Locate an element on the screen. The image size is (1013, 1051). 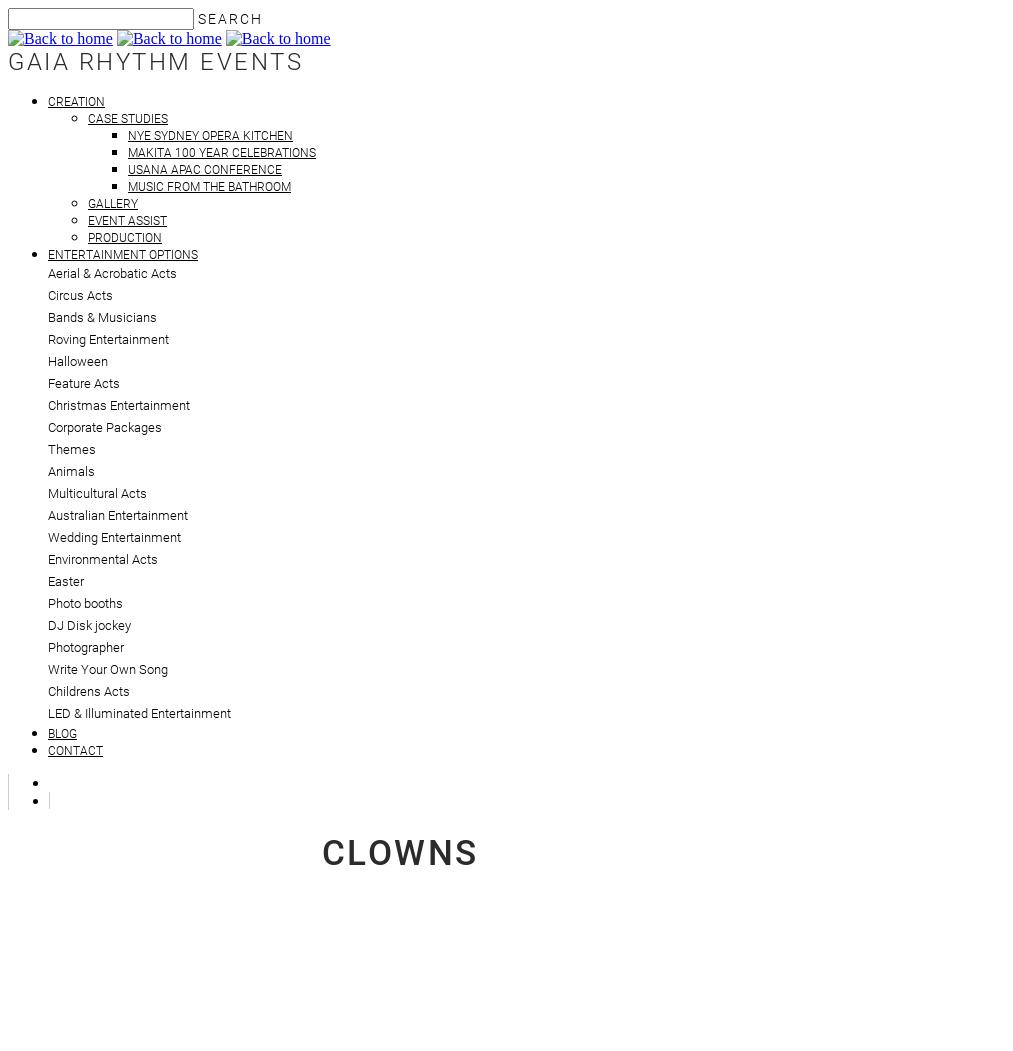
'Creation' is located at coordinates (75, 102).